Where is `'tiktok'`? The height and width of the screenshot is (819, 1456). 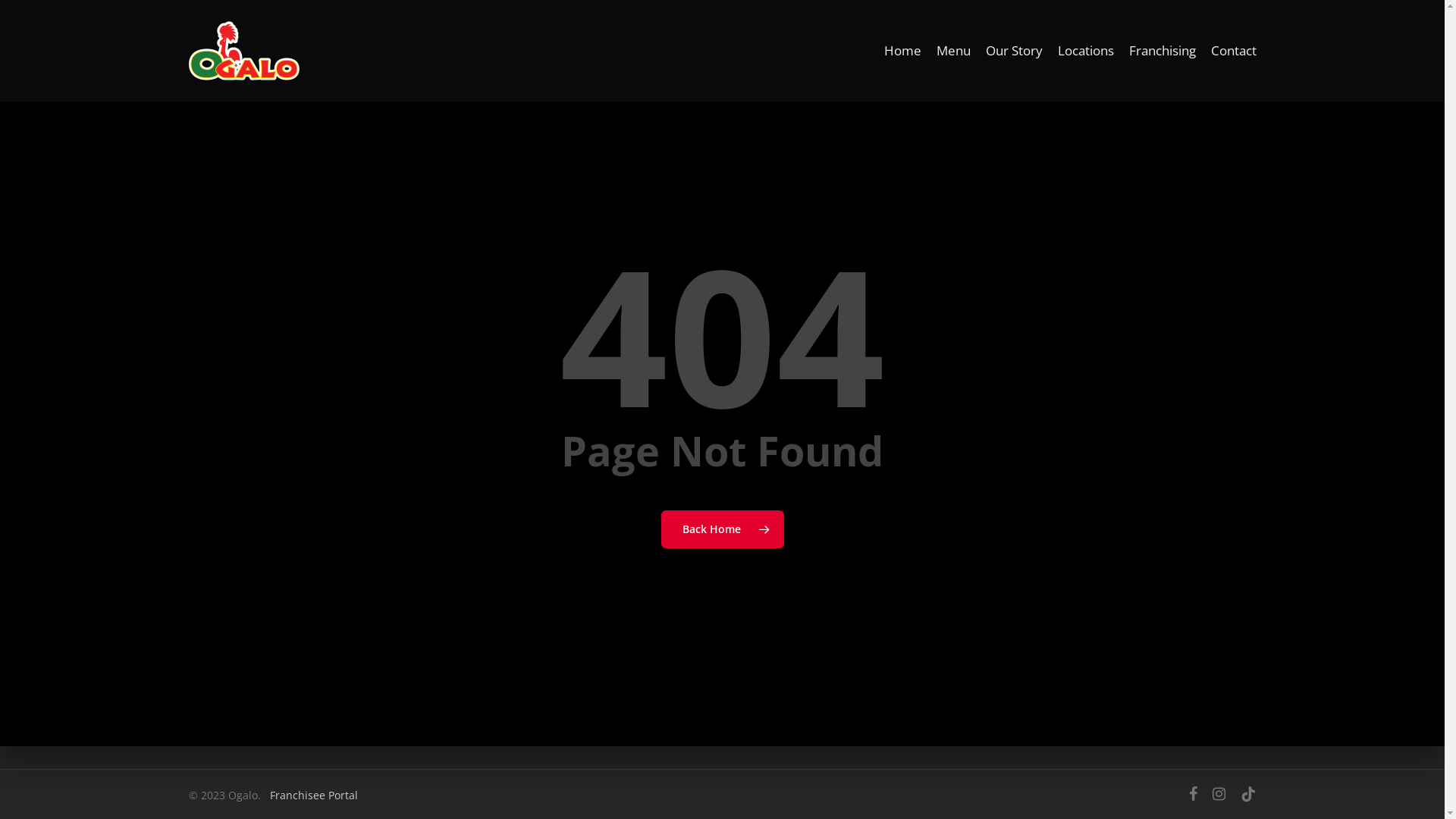
'tiktok' is located at coordinates (1248, 792).